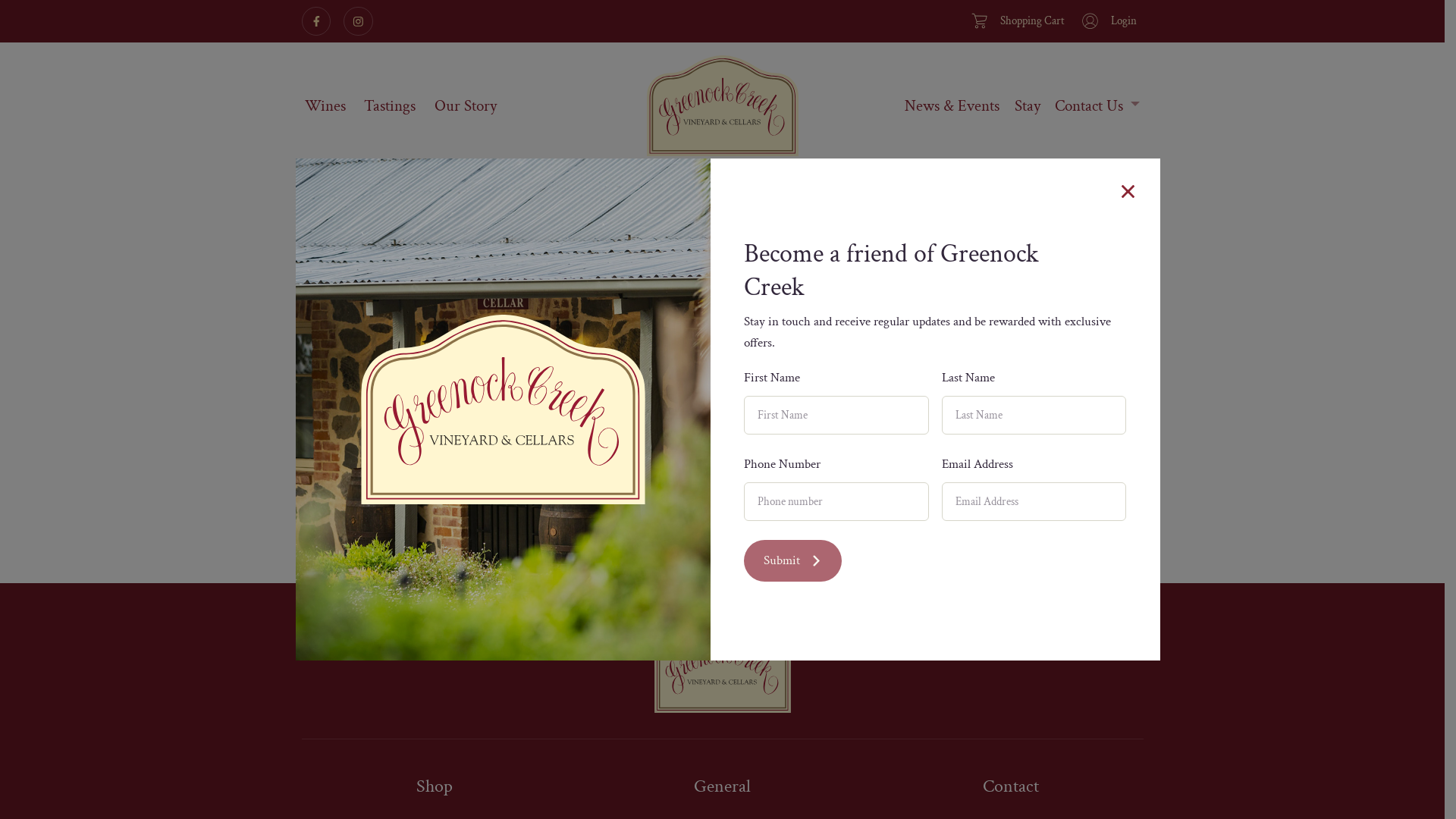 This screenshot has width=1456, height=819. I want to click on 'Login', so click(1106, 20).